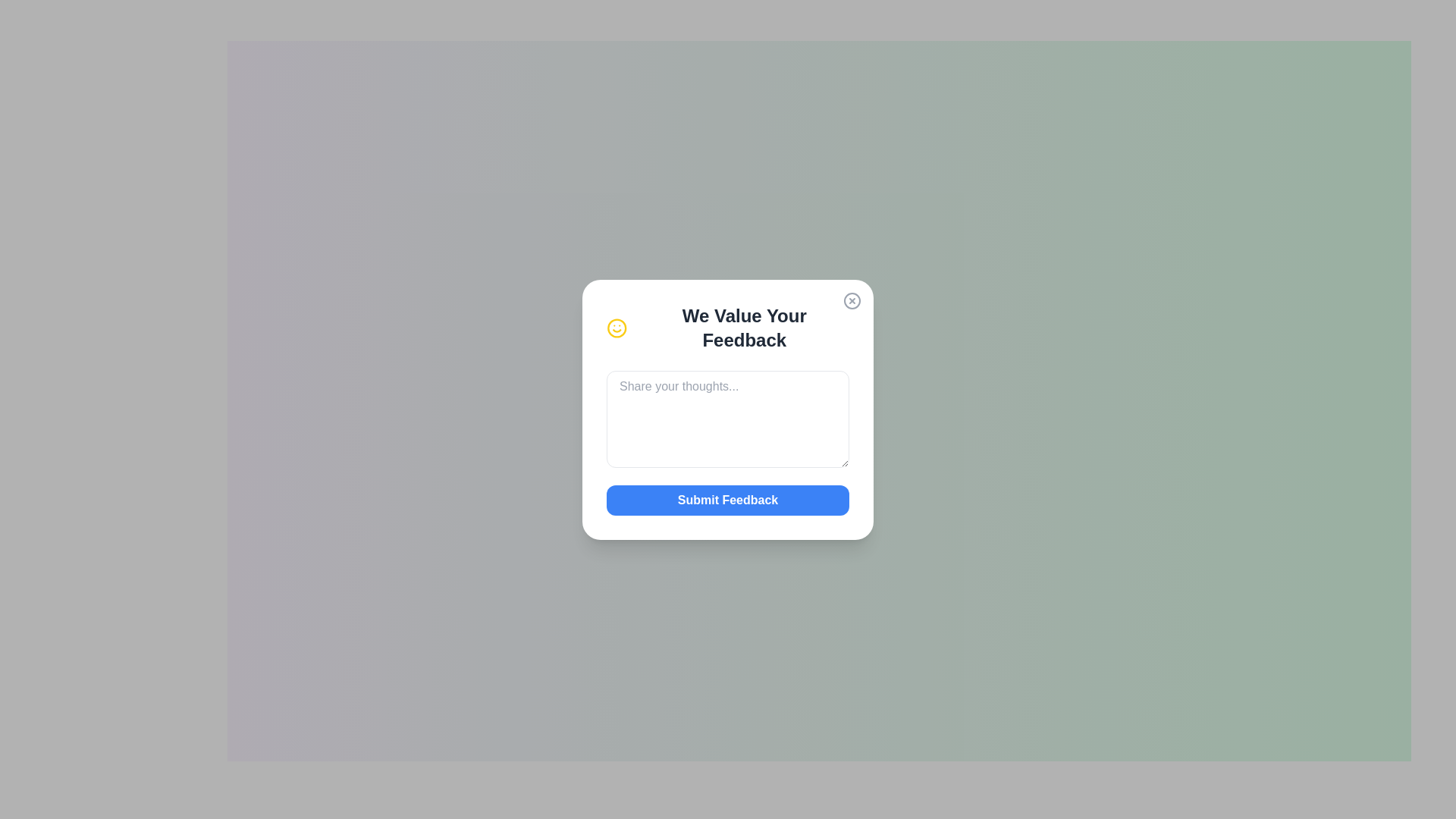 The height and width of the screenshot is (819, 1456). Describe the element at coordinates (852, 300) in the screenshot. I see `the SVG circle element located at the top-right corner of the feedback modal, which likely serves as a close or cancel button` at that location.